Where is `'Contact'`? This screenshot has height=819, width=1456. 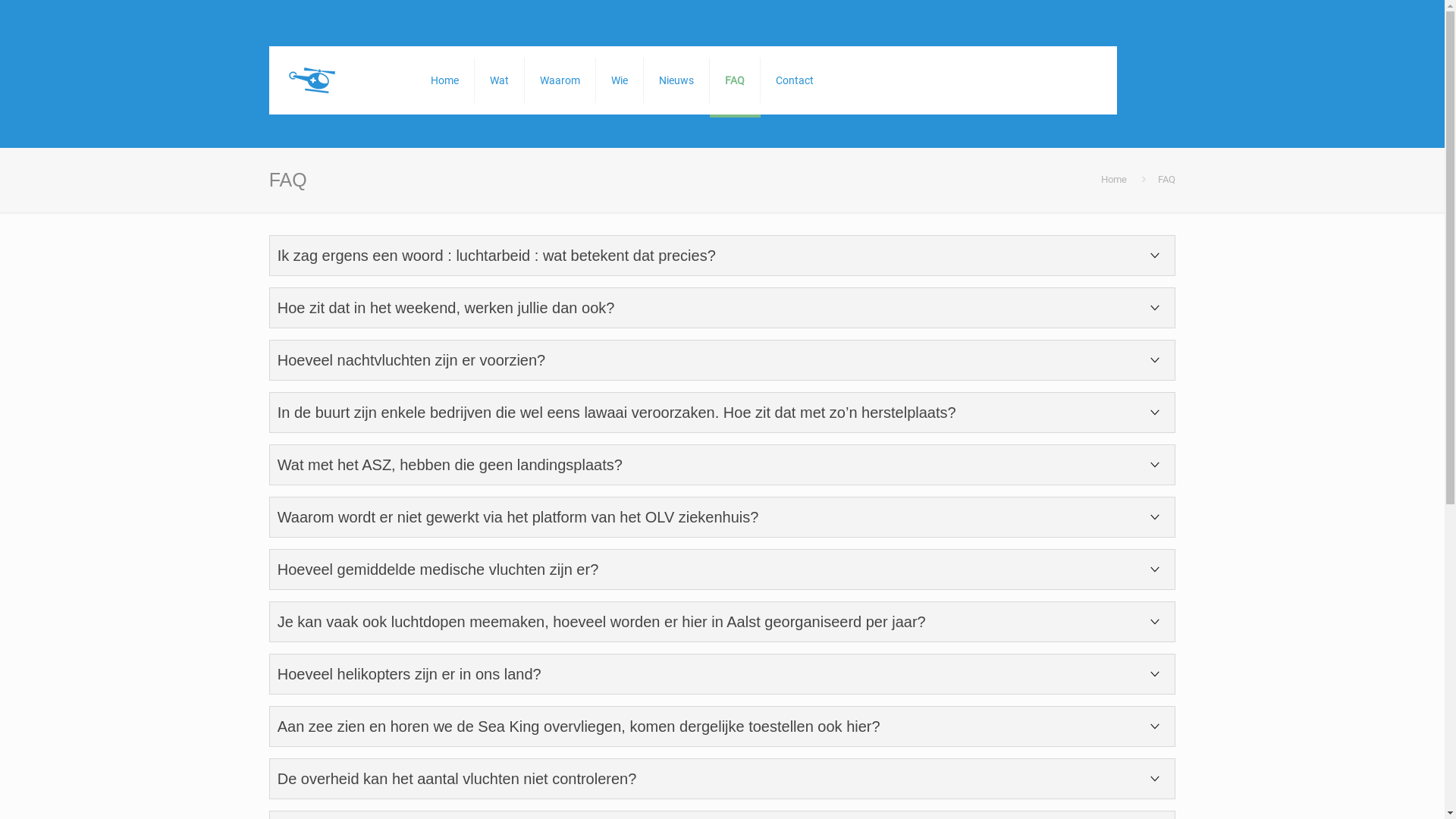 'Contact' is located at coordinates (793, 80).